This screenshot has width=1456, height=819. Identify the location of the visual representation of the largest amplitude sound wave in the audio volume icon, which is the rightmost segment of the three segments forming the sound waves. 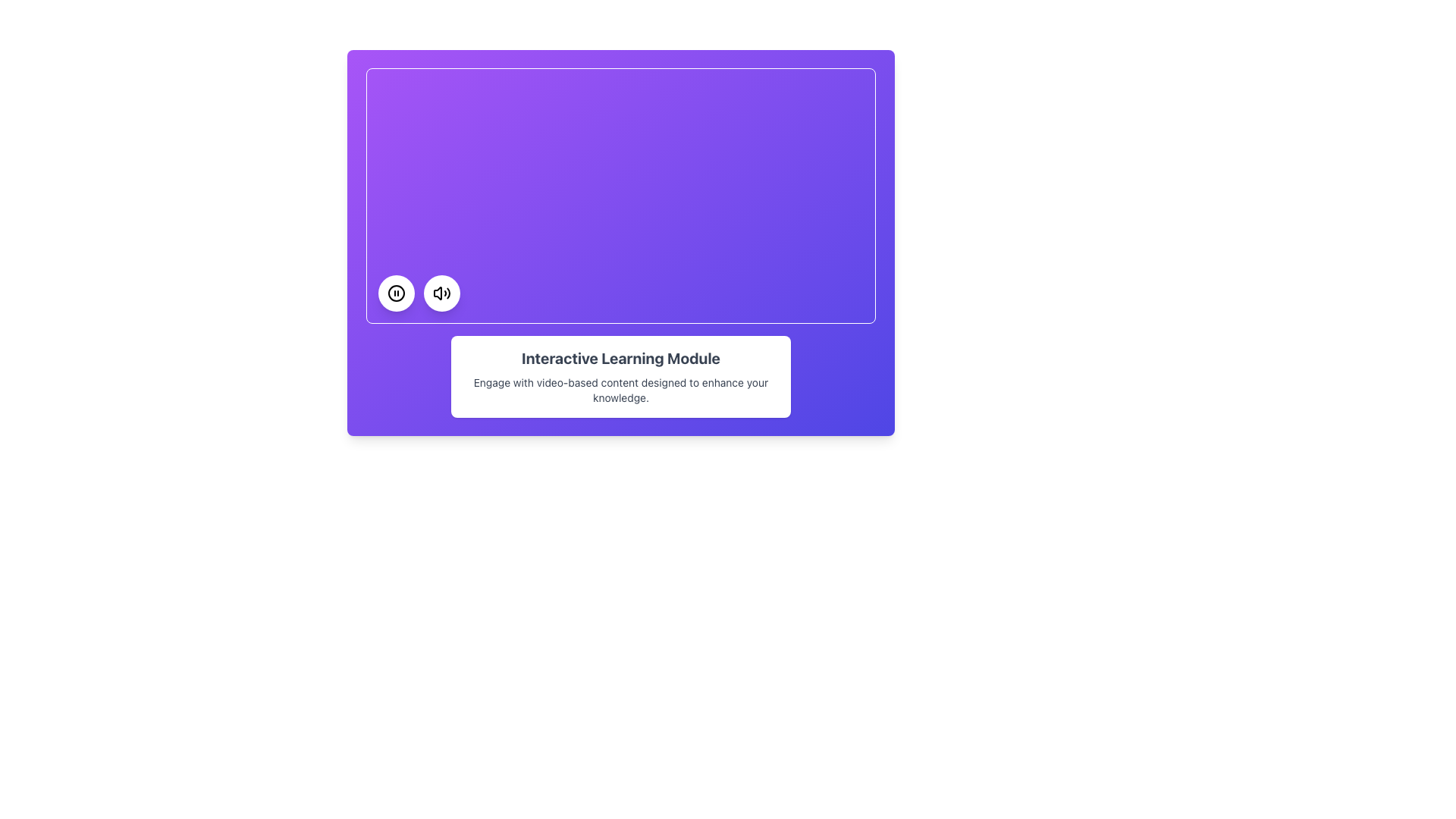
(447, 293).